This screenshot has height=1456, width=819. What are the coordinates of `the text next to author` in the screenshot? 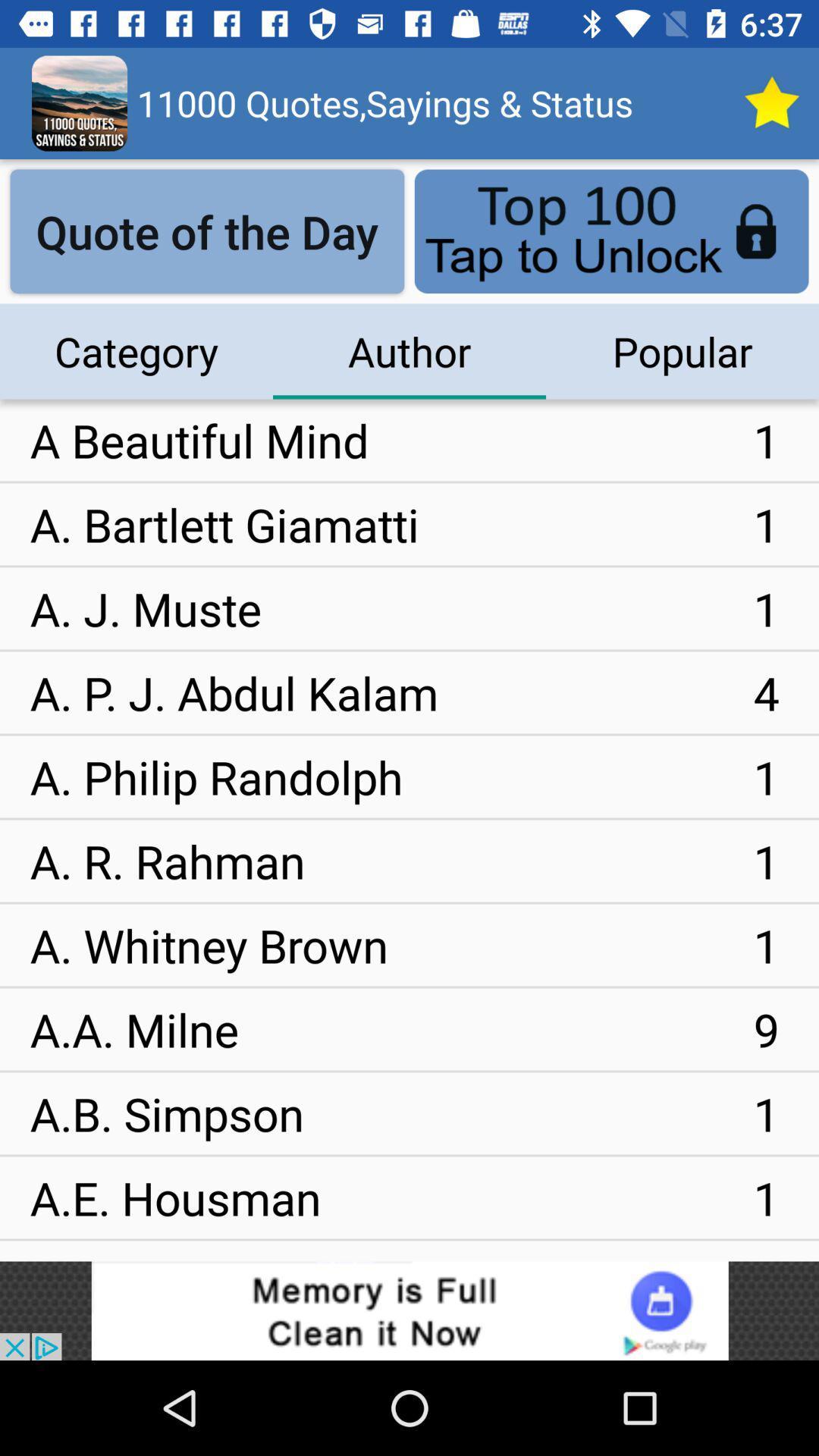 It's located at (681, 351).